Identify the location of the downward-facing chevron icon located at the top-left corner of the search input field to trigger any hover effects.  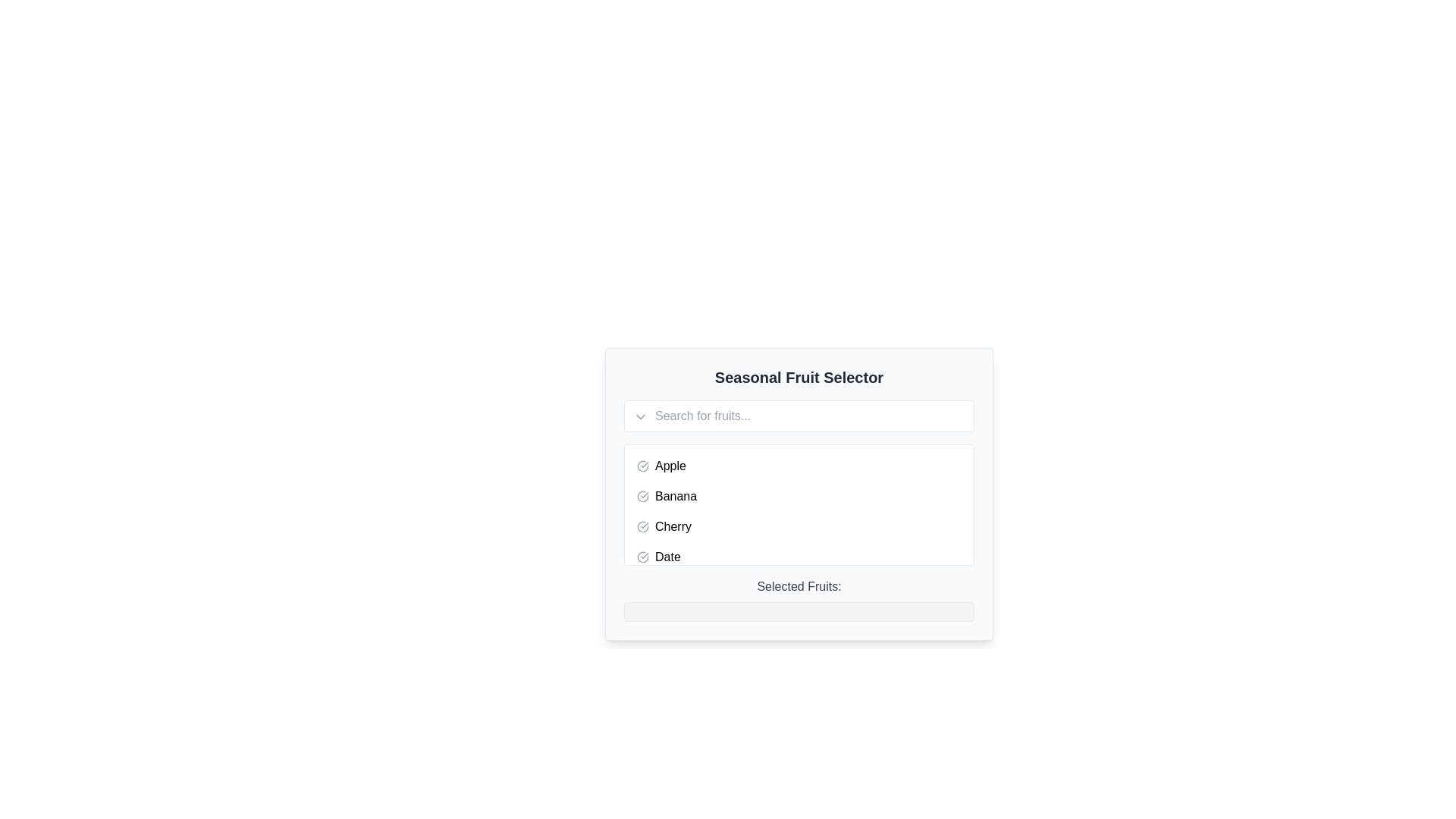
(640, 417).